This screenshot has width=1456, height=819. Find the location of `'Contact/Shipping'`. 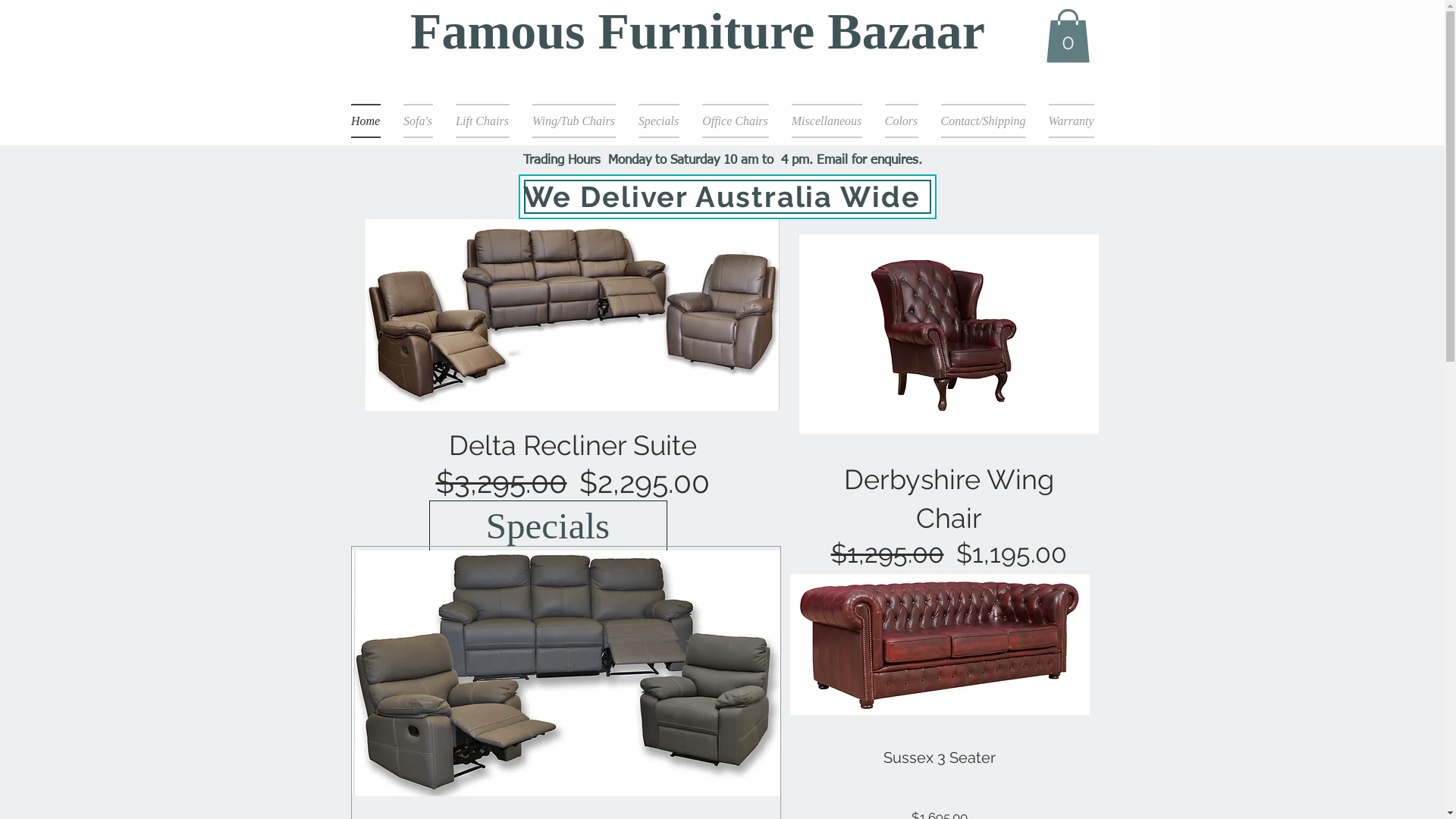

'Contact/Shipping' is located at coordinates (983, 120).